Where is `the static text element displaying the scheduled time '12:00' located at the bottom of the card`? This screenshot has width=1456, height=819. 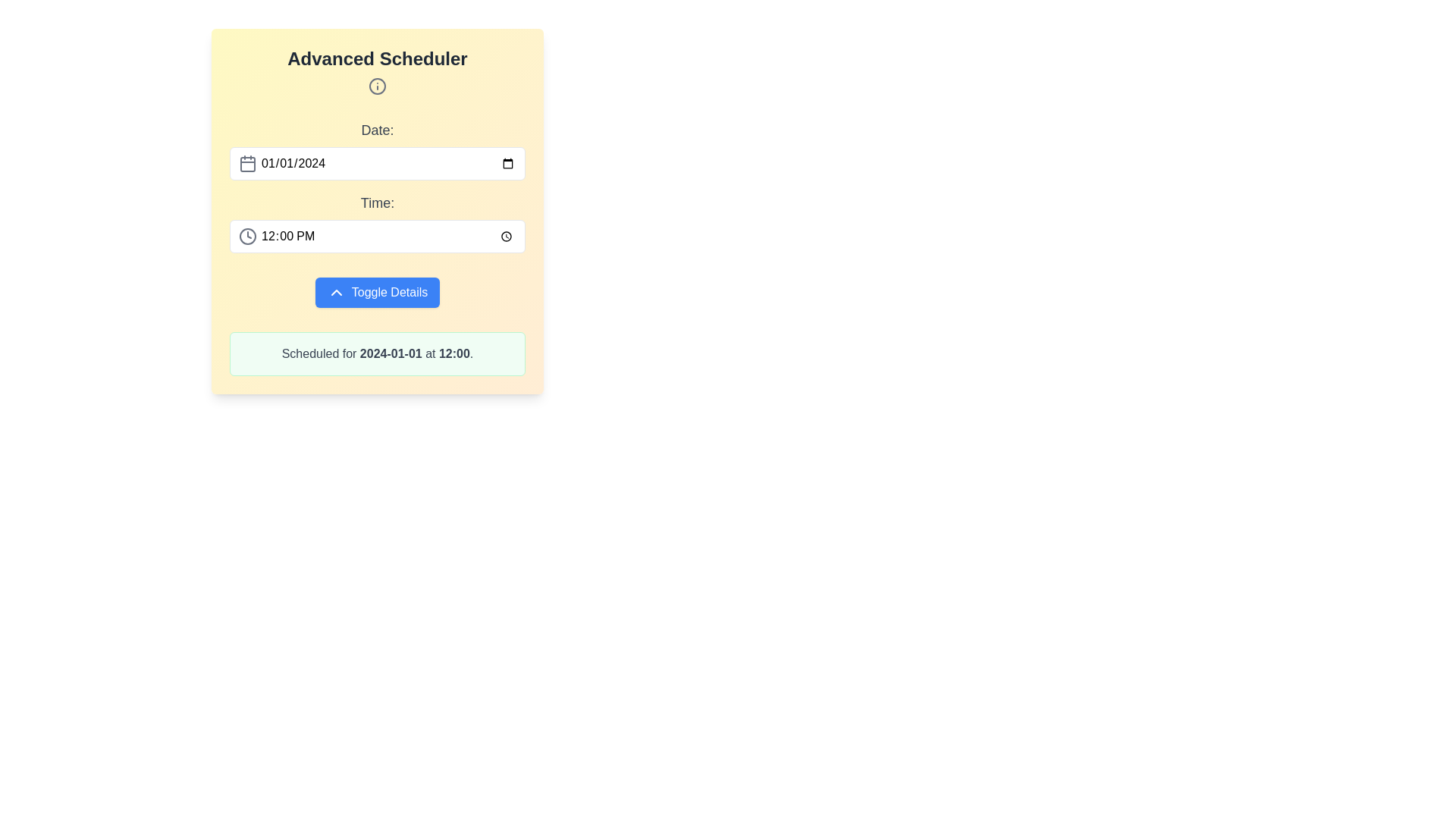 the static text element displaying the scheduled time '12:00' located at the bottom of the card is located at coordinates (453, 353).